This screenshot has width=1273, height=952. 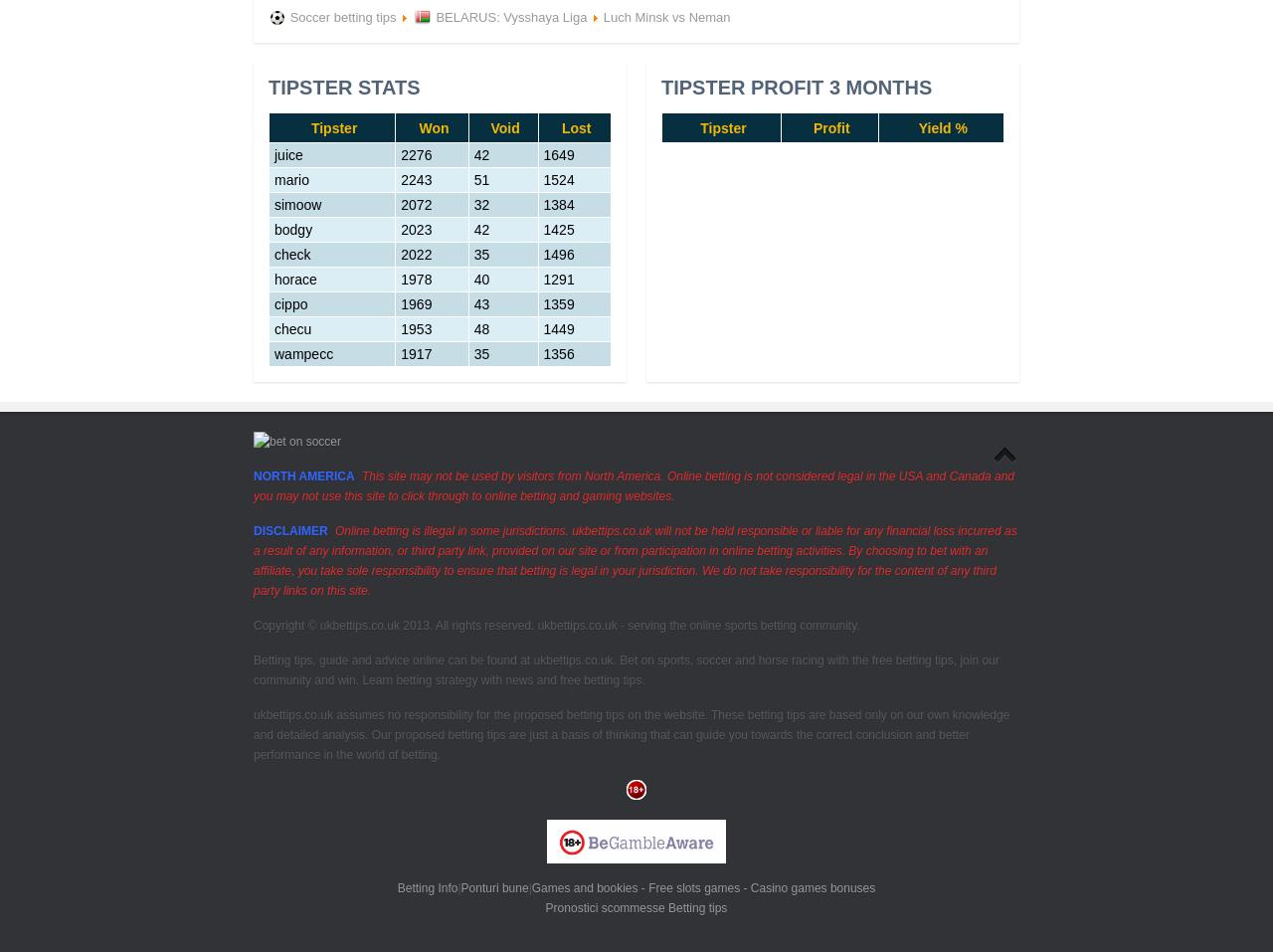 What do you see at coordinates (702, 887) in the screenshot?
I see `'Games and bookies - Free slots games - Casino games bonuses'` at bounding box center [702, 887].